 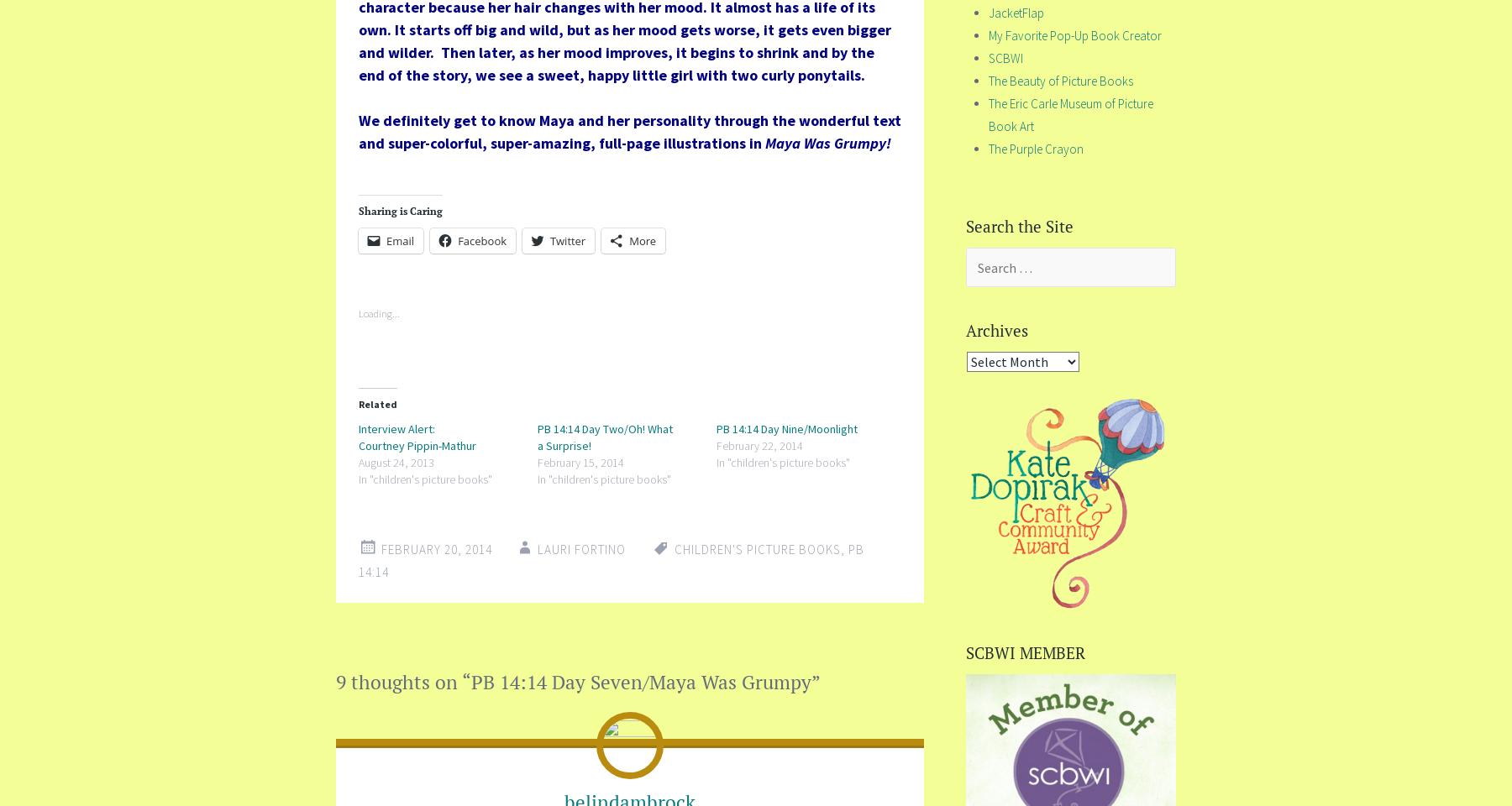 What do you see at coordinates (756, 548) in the screenshot?
I see `'children's picture books'` at bounding box center [756, 548].